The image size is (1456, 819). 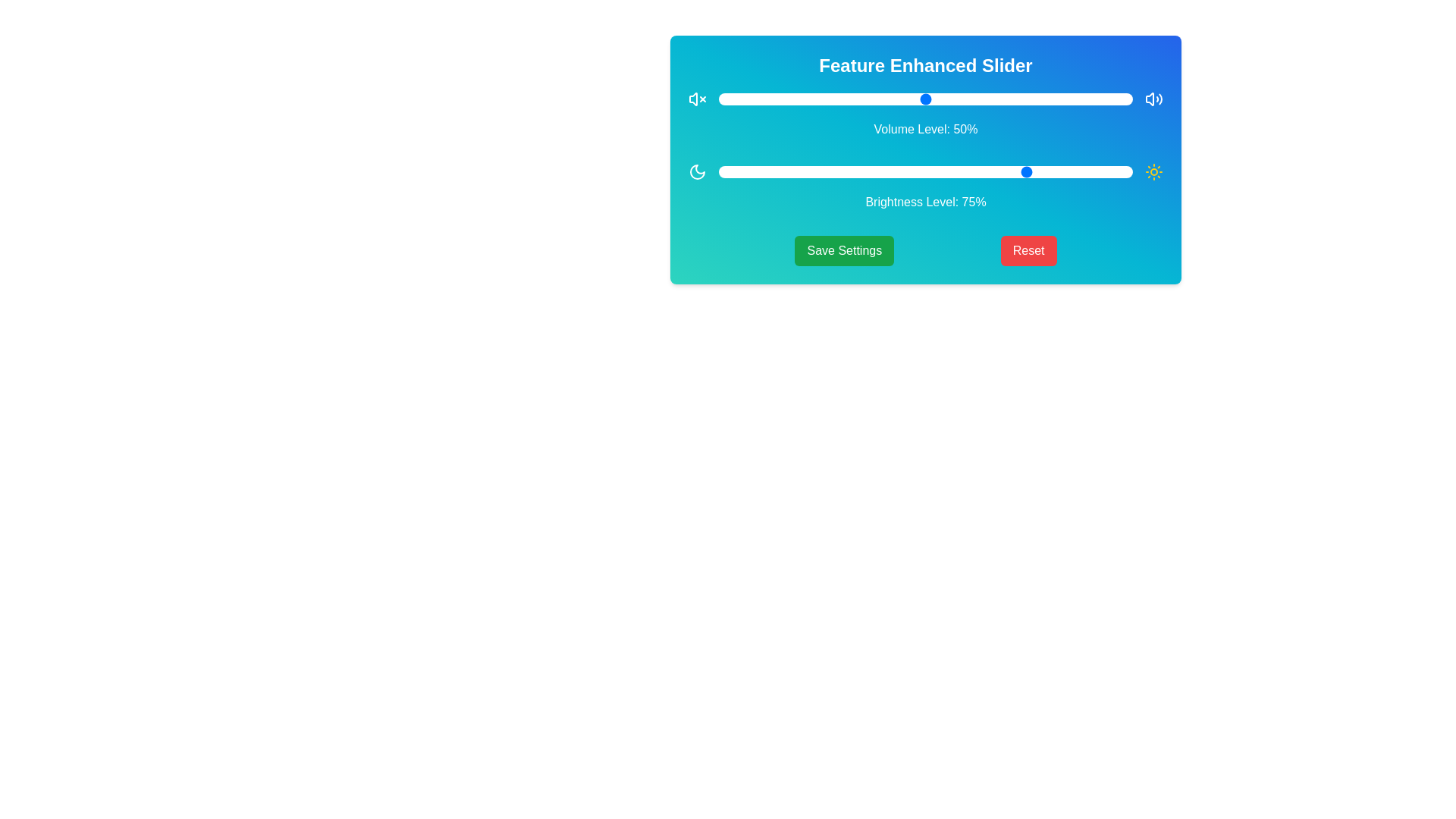 I want to click on the sound level icon located, so click(x=1153, y=99).